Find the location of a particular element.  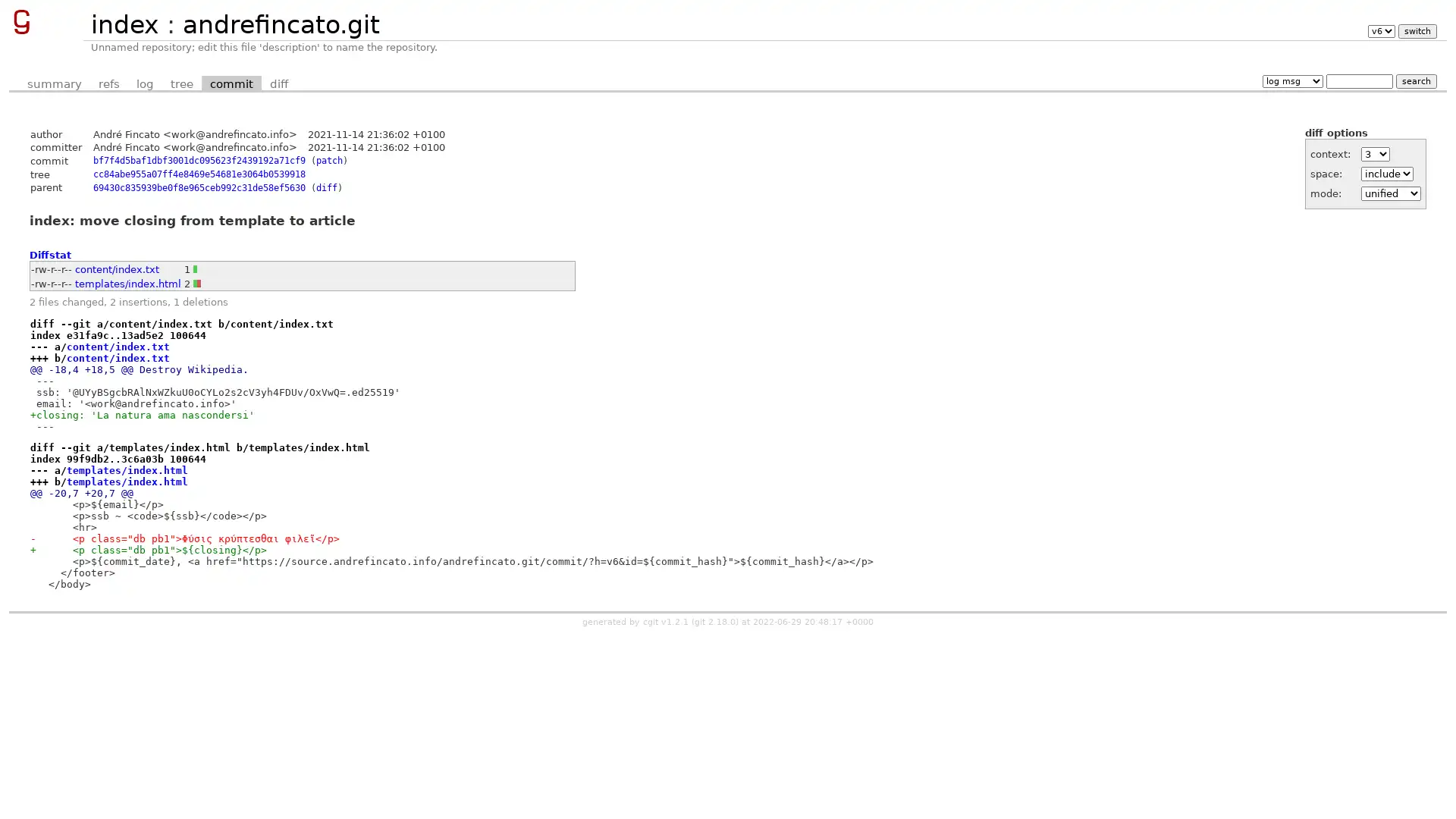

switch is located at coordinates (1416, 31).